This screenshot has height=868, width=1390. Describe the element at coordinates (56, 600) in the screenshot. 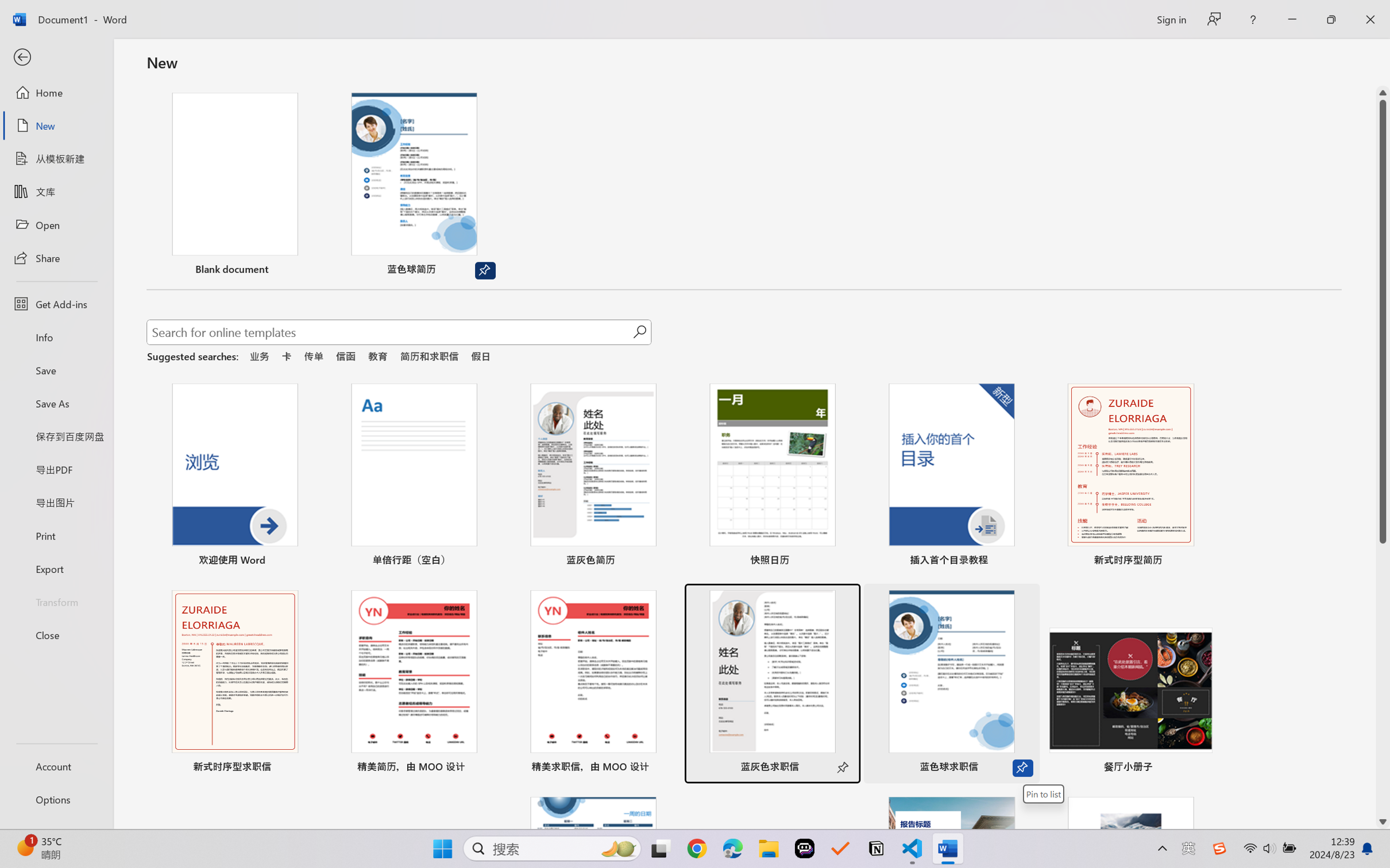

I see `'Transform'` at that location.